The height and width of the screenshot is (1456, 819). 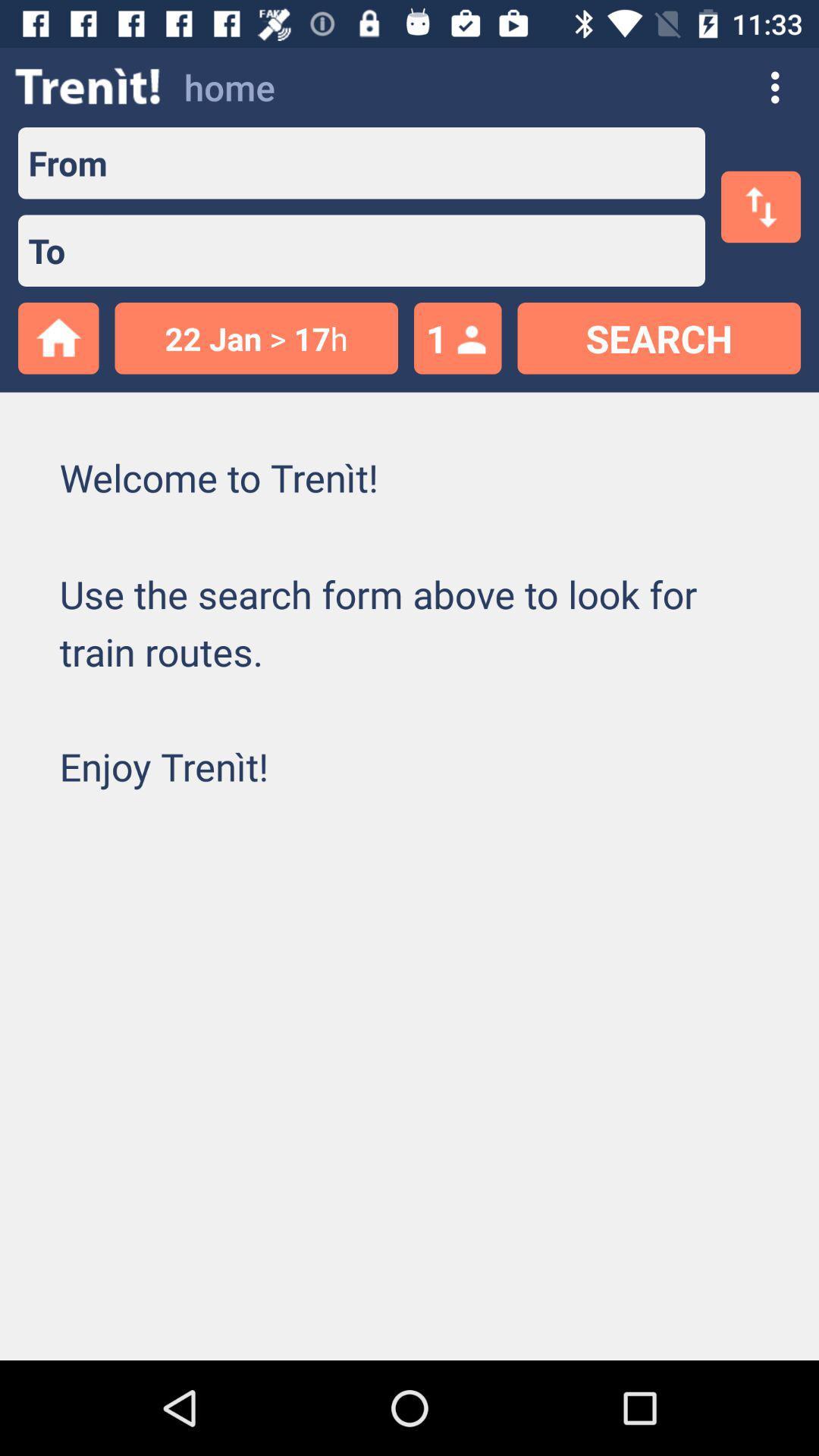 What do you see at coordinates (88, 86) in the screenshot?
I see `item to the left of home icon` at bounding box center [88, 86].